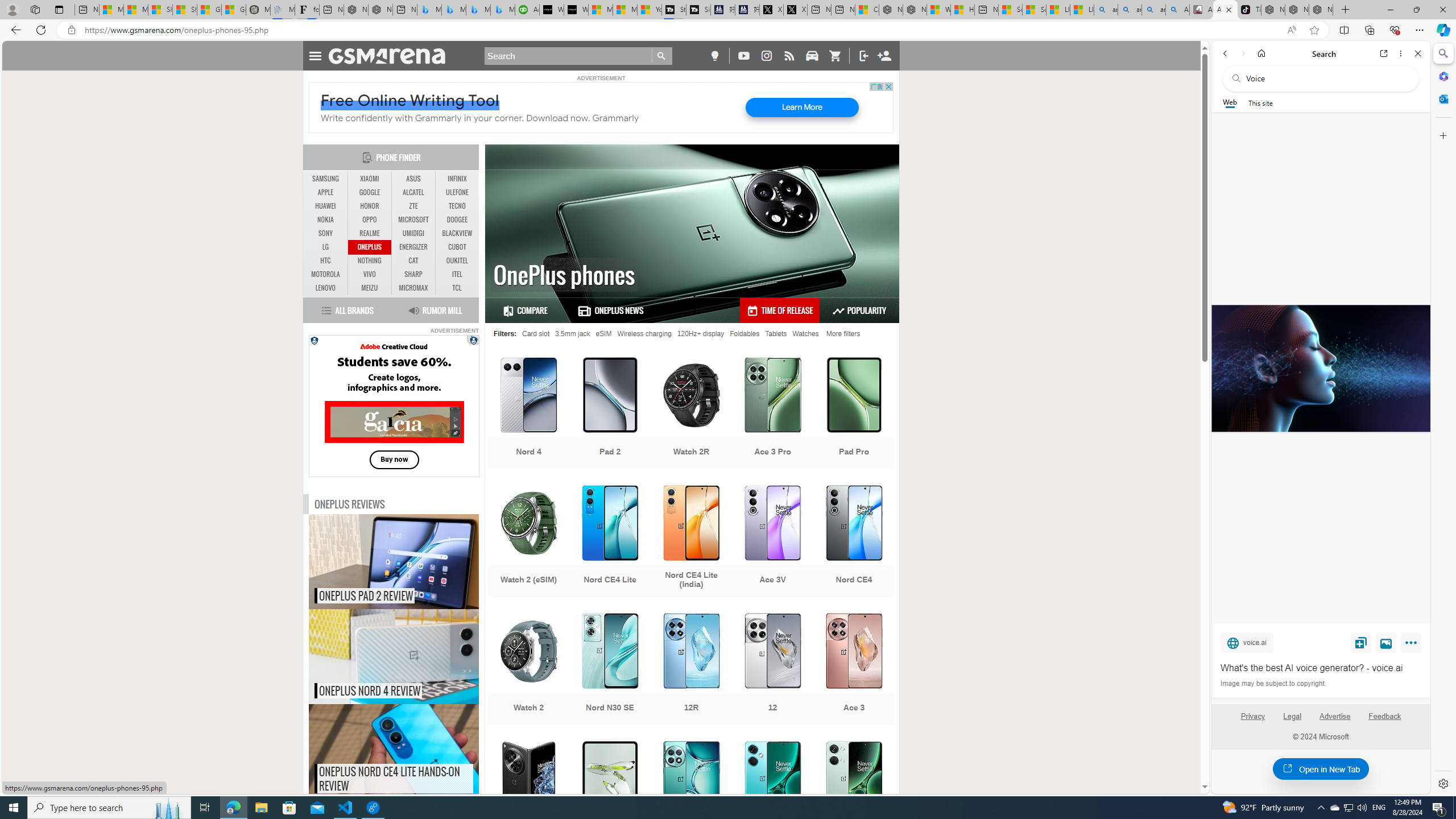 The width and height of the screenshot is (1456, 819). I want to click on 'Ace 3', so click(853, 669).